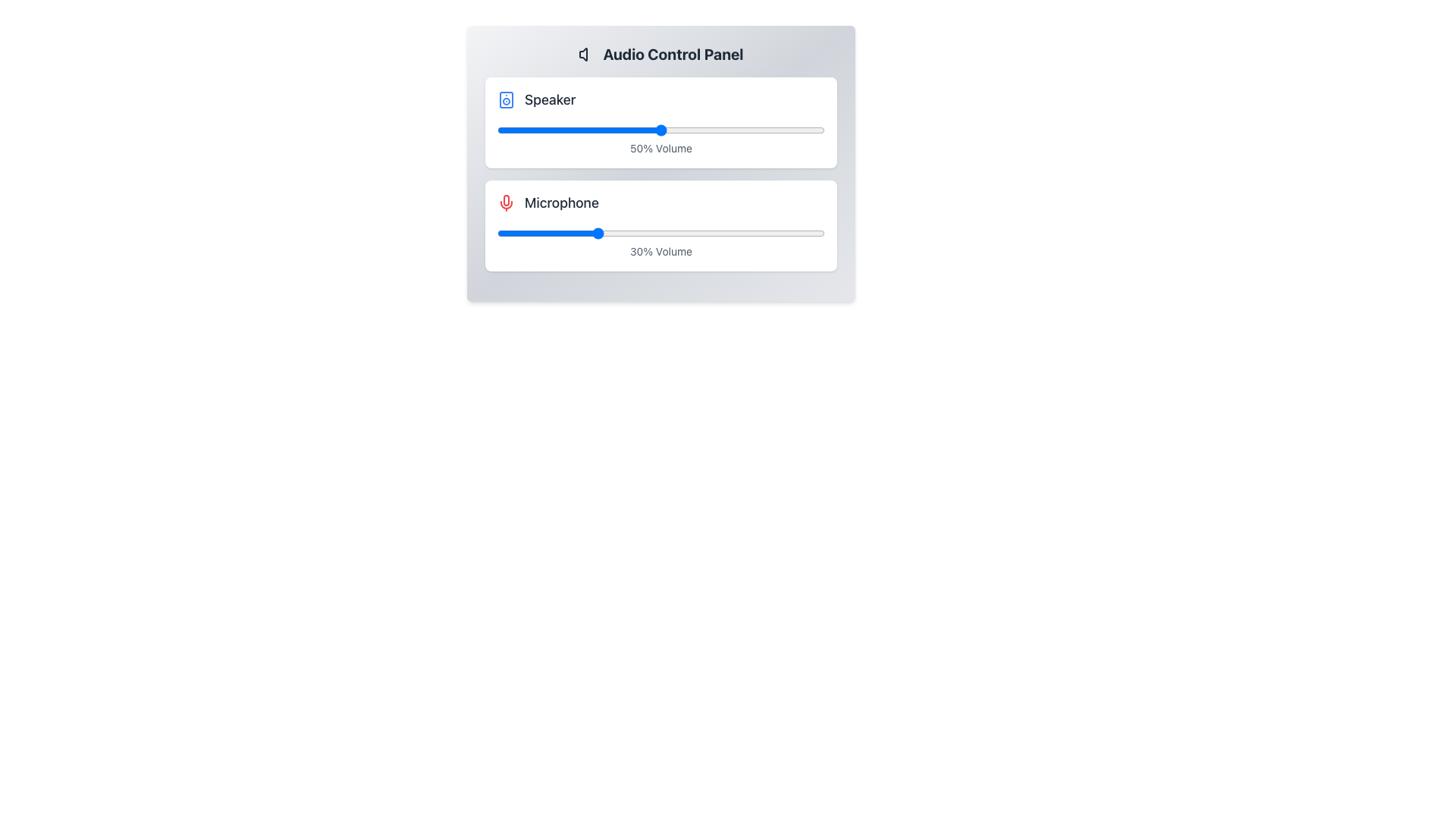 The height and width of the screenshot is (819, 1456). I want to click on the slider value, so click(543, 130).